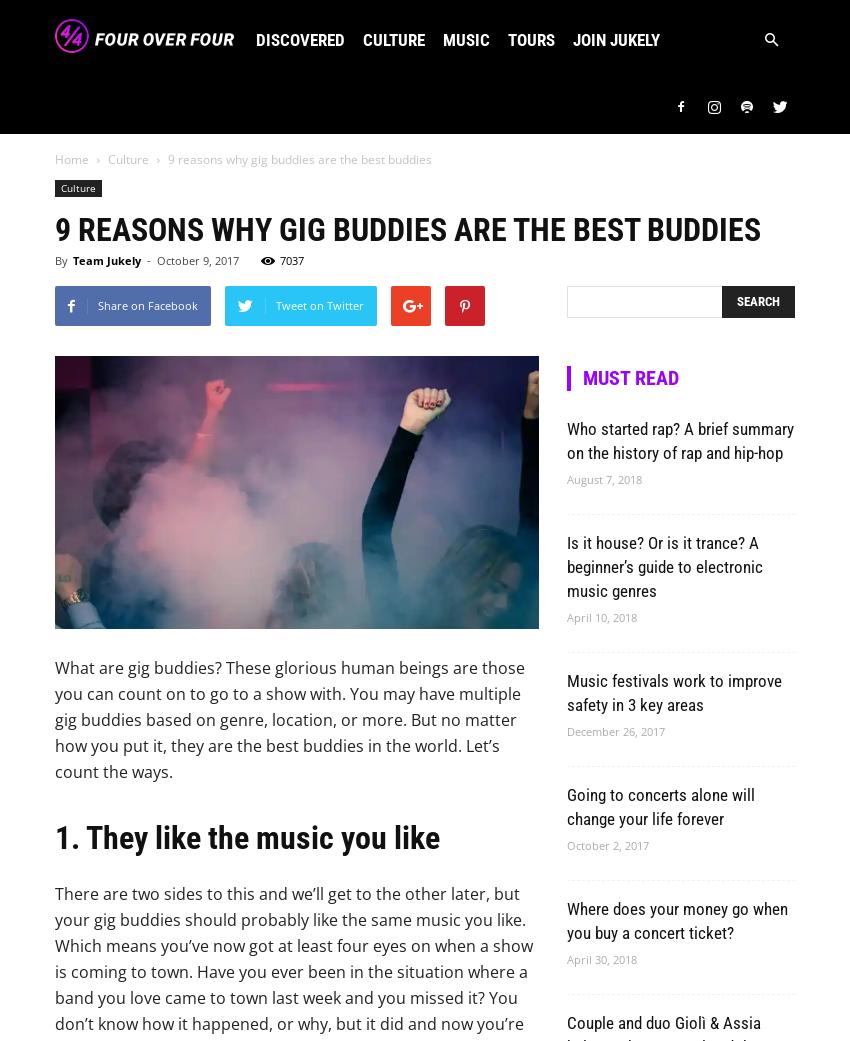 This screenshot has width=850, height=1041. I want to click on '-', so click(147, 259).